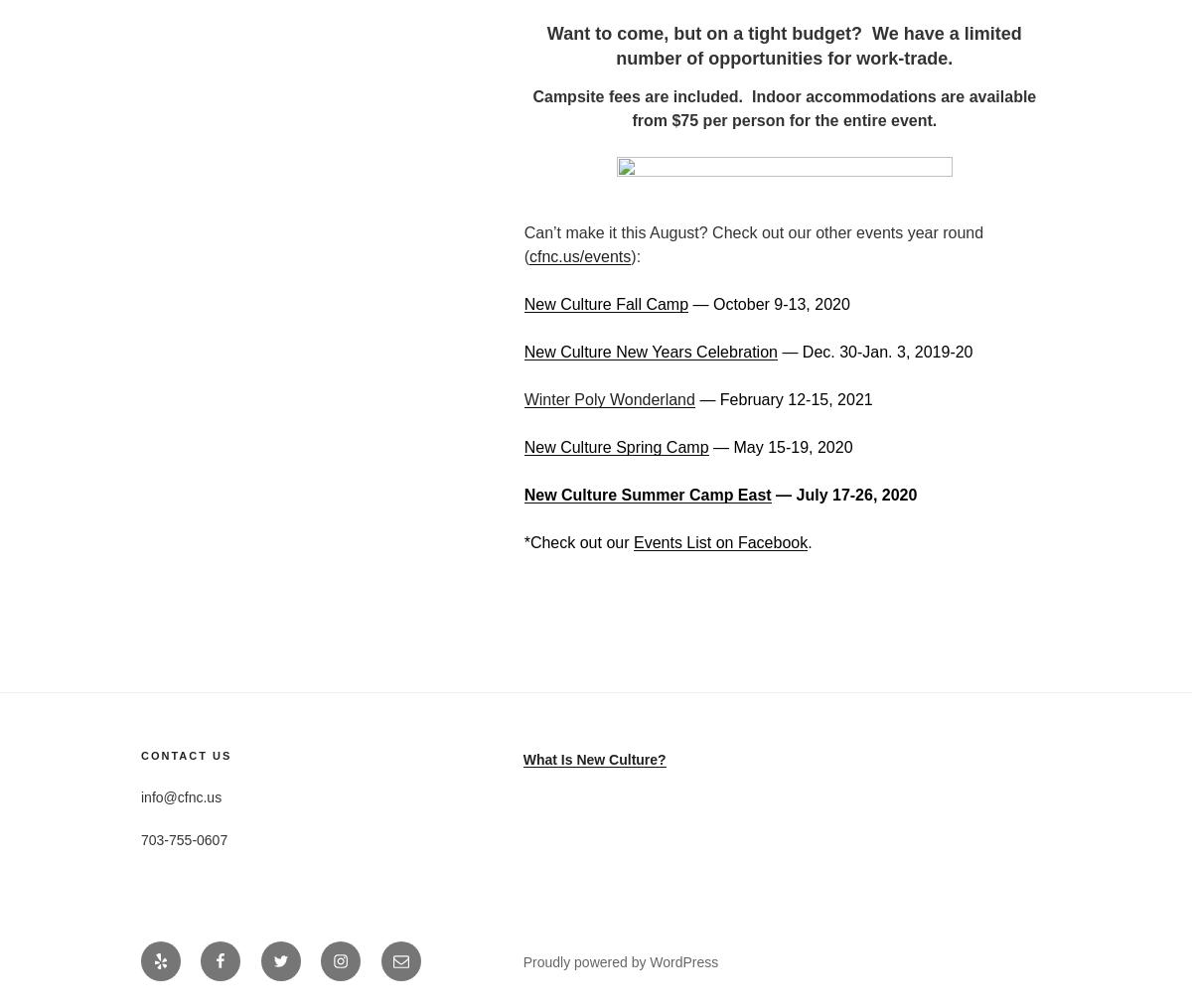 This screenshot has height=1008, width=1192. I want to click on 'New Culture Fall Camp', so click(605, 303).